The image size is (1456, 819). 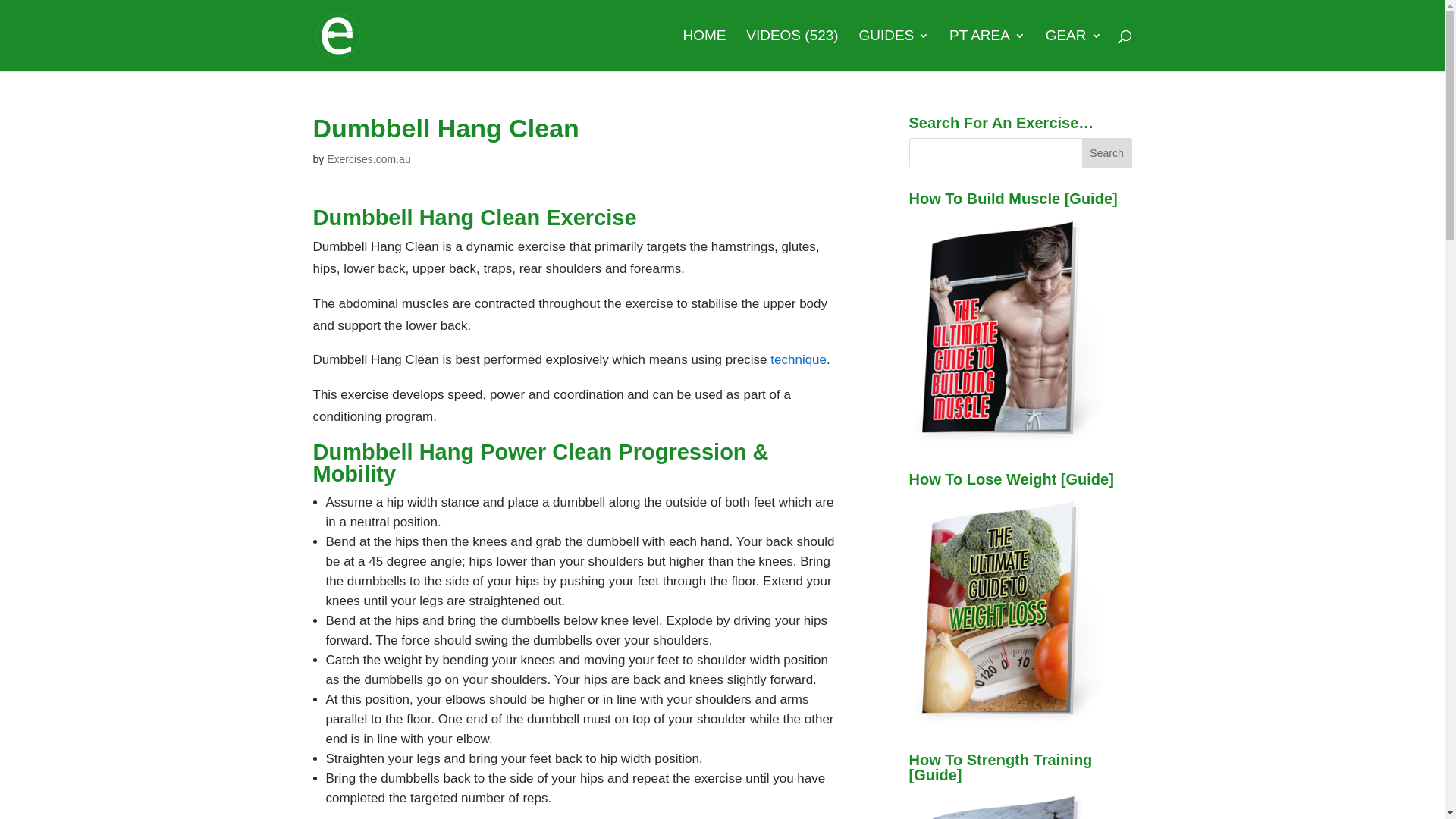 What do you see at coordinates (703, 49) in the screenshot?
I see `'HOME'` at bounding box center [703, 49].